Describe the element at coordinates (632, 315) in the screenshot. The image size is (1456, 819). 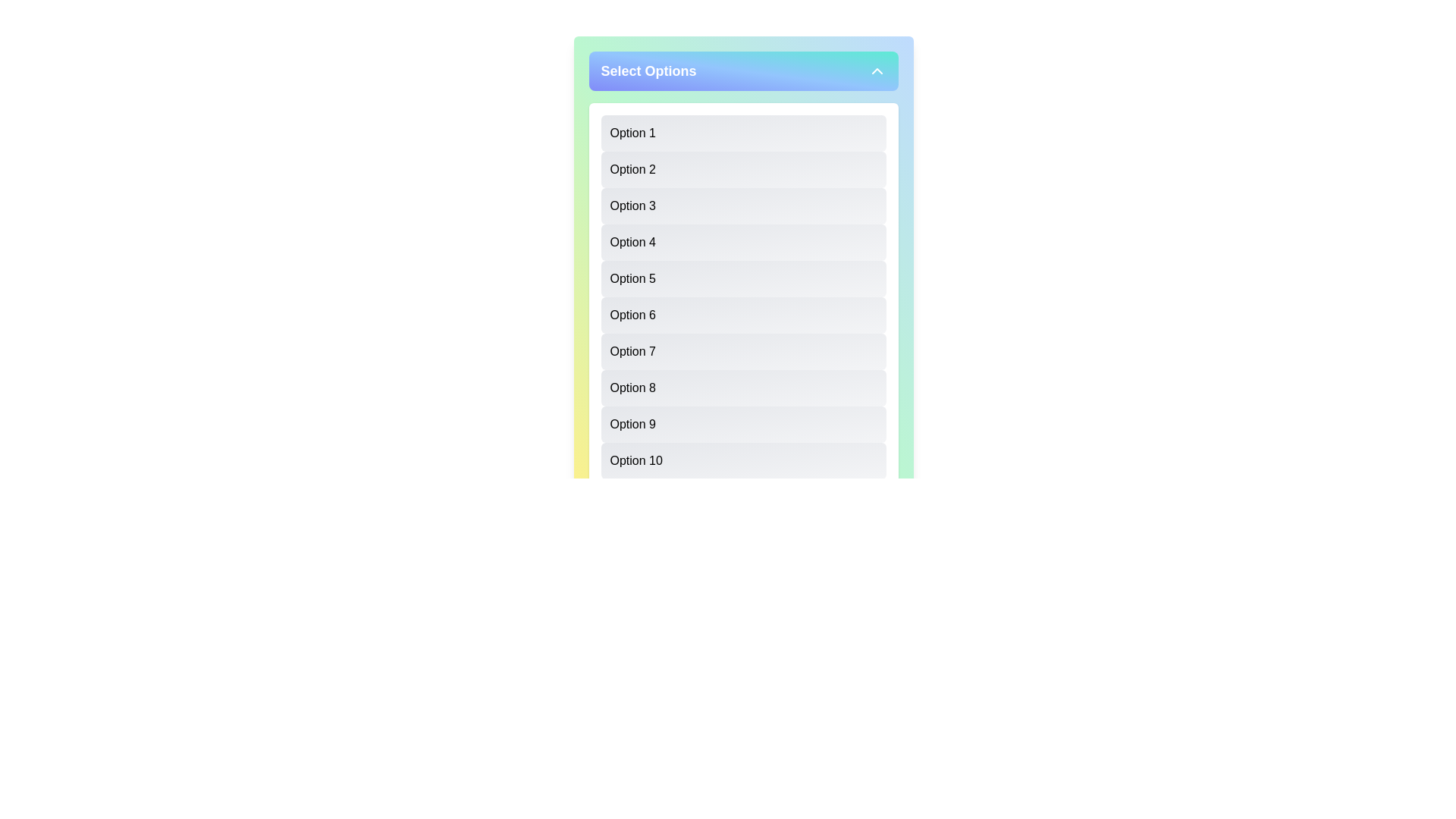
I see `the 'Option 6' list item in the selection menu` at that location.